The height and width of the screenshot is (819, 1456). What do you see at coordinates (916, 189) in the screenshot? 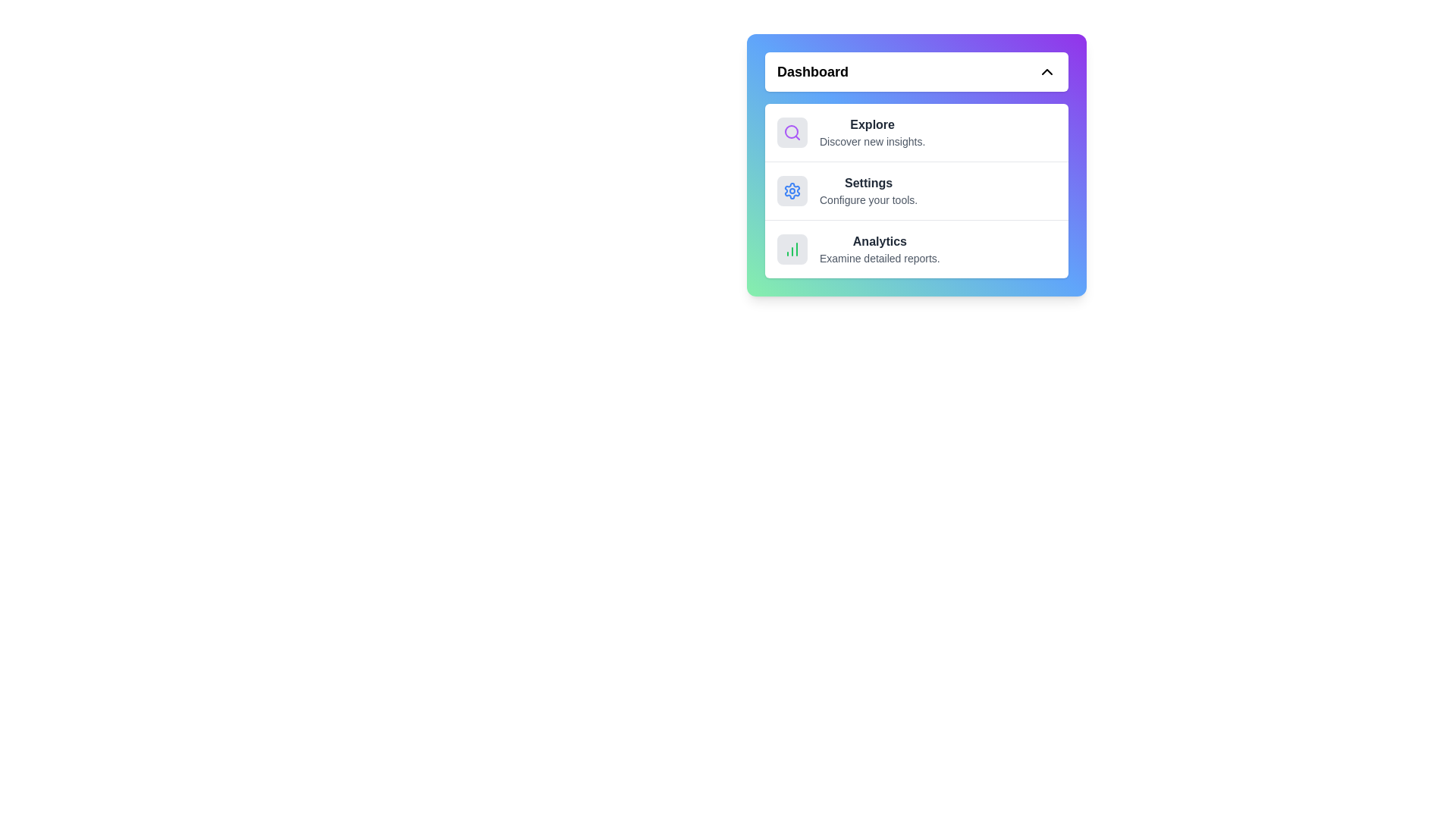
I see `the menu option Settings to view its description` at bounding box center [916, 189].